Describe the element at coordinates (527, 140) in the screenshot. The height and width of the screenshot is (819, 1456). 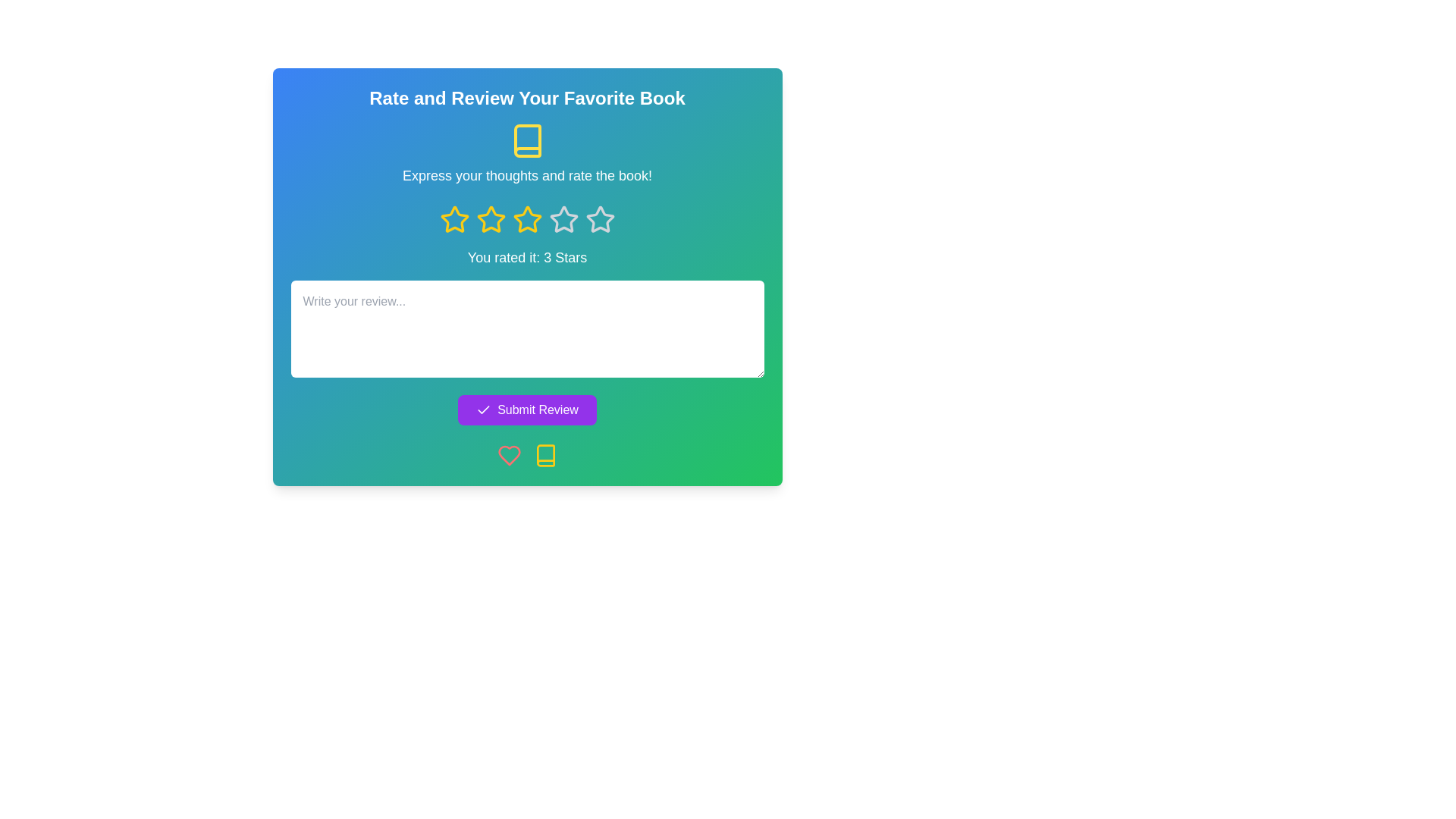
I see `the graphical icon resembling a book, which is yellow with rounded edges and horizontal lines, located above the text 'Express your thoughts and rate the book!' in the 'Rate and Review Your Favorite Book' section` at that location.